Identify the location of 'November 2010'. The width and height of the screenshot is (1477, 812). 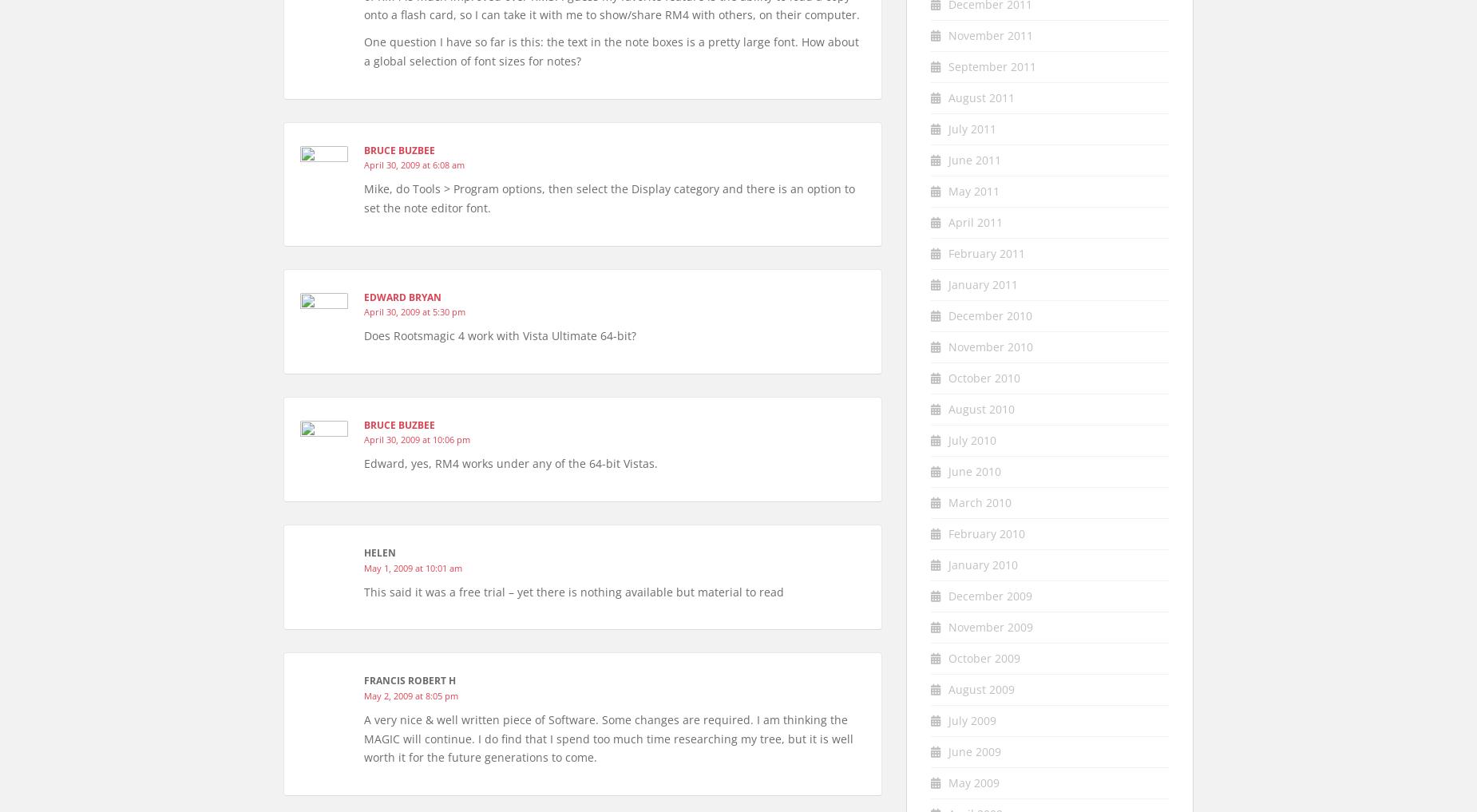
(989, 346).